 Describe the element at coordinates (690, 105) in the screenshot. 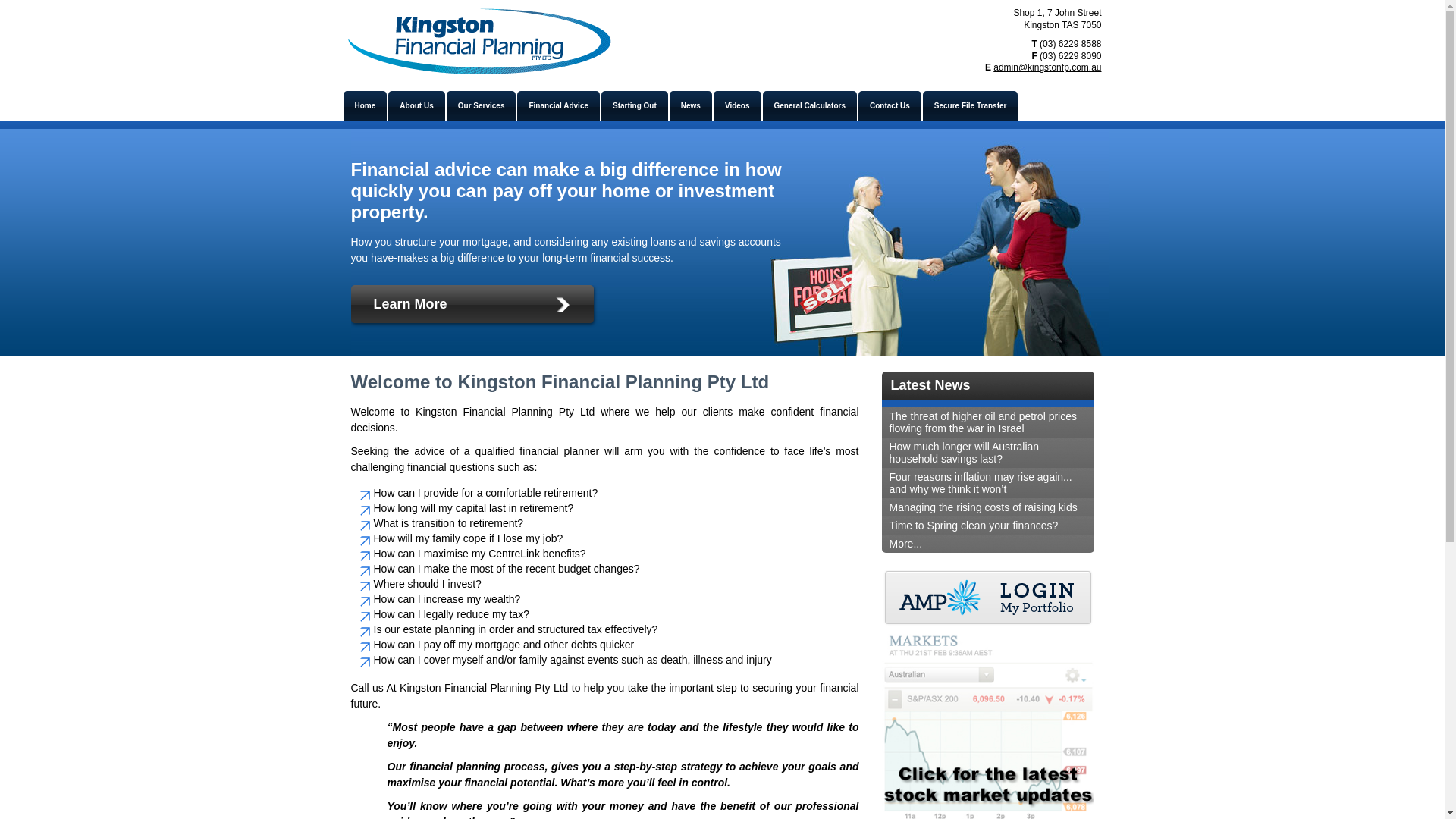

I see `'News'` at that location.